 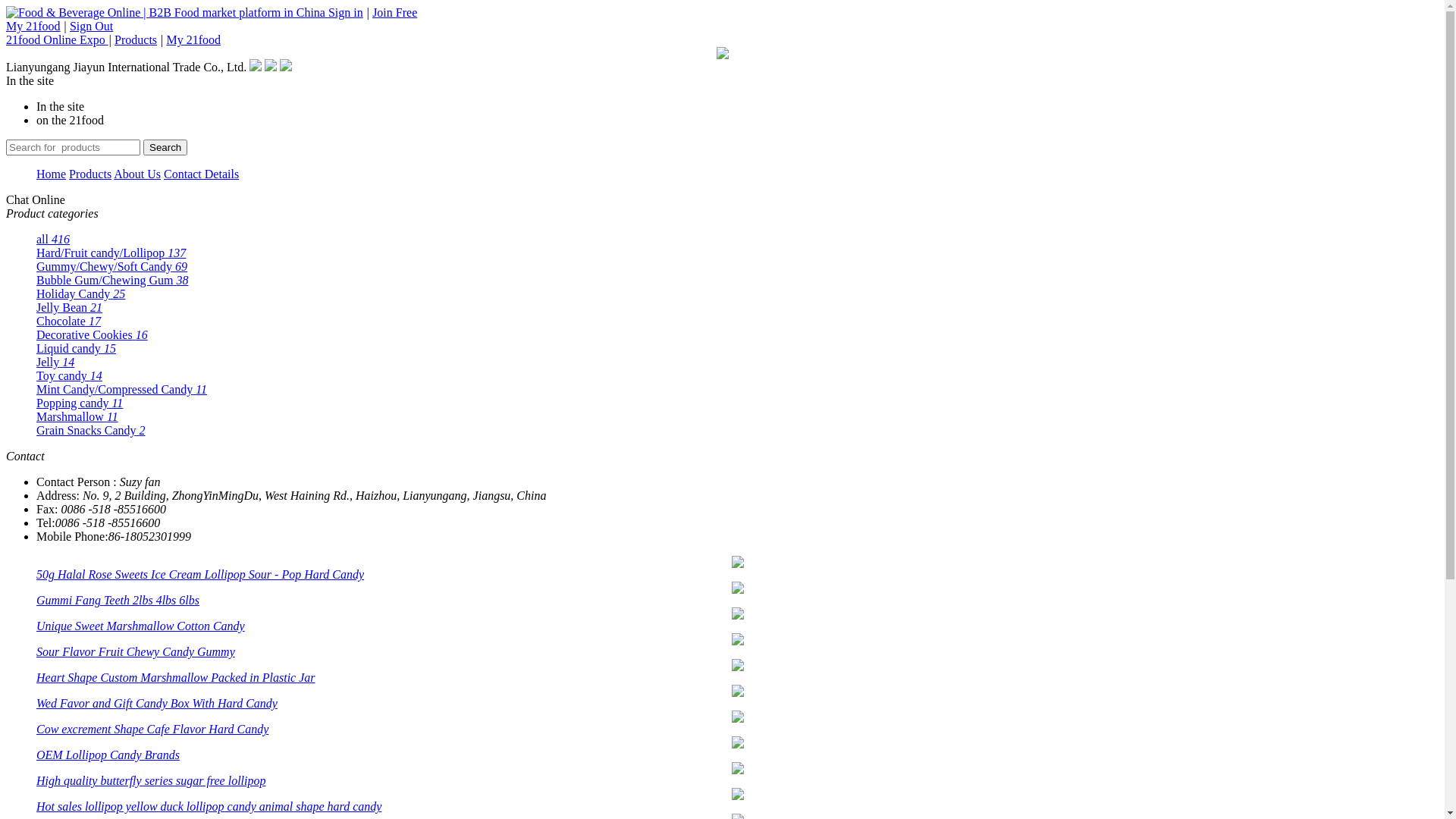 I want to click on 'Hard/Fruit candy/Lollipop 137', so click(x=110, y=252).